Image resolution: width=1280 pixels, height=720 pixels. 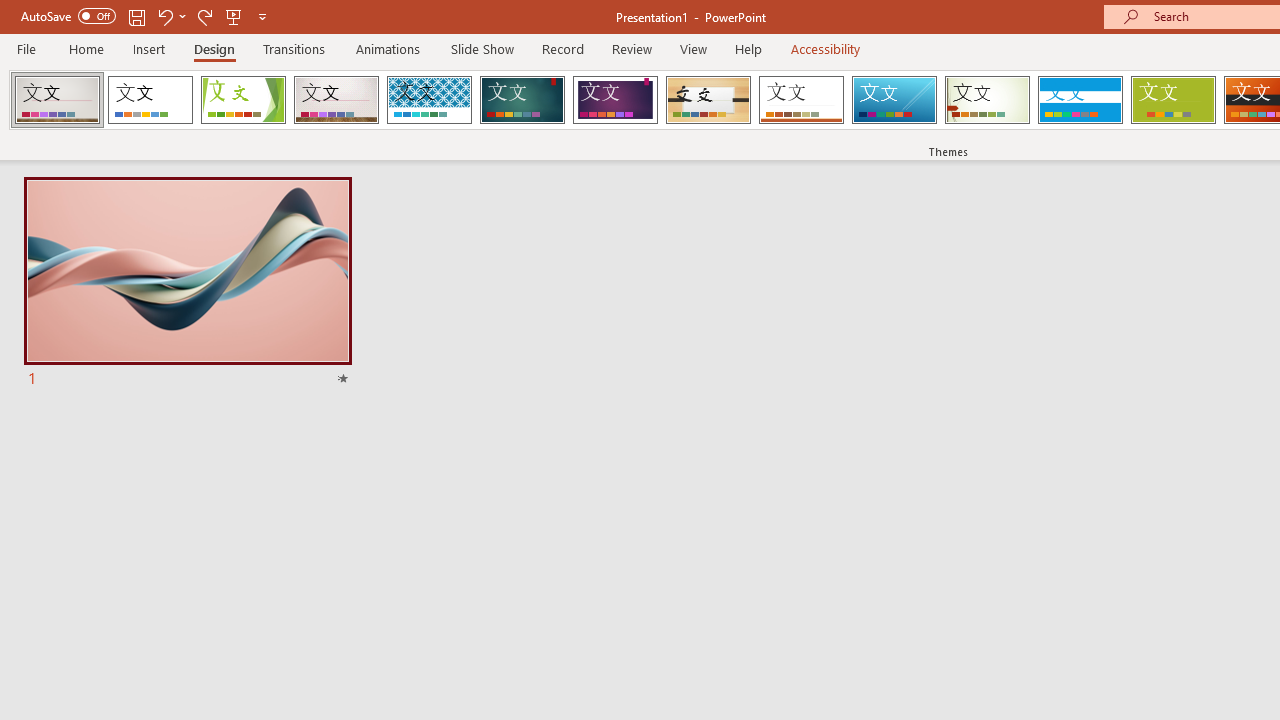 What do you see at coordinates (1173, 100) in the screenshot?
I see `'Basis'` at bounding box center [1173, 100].